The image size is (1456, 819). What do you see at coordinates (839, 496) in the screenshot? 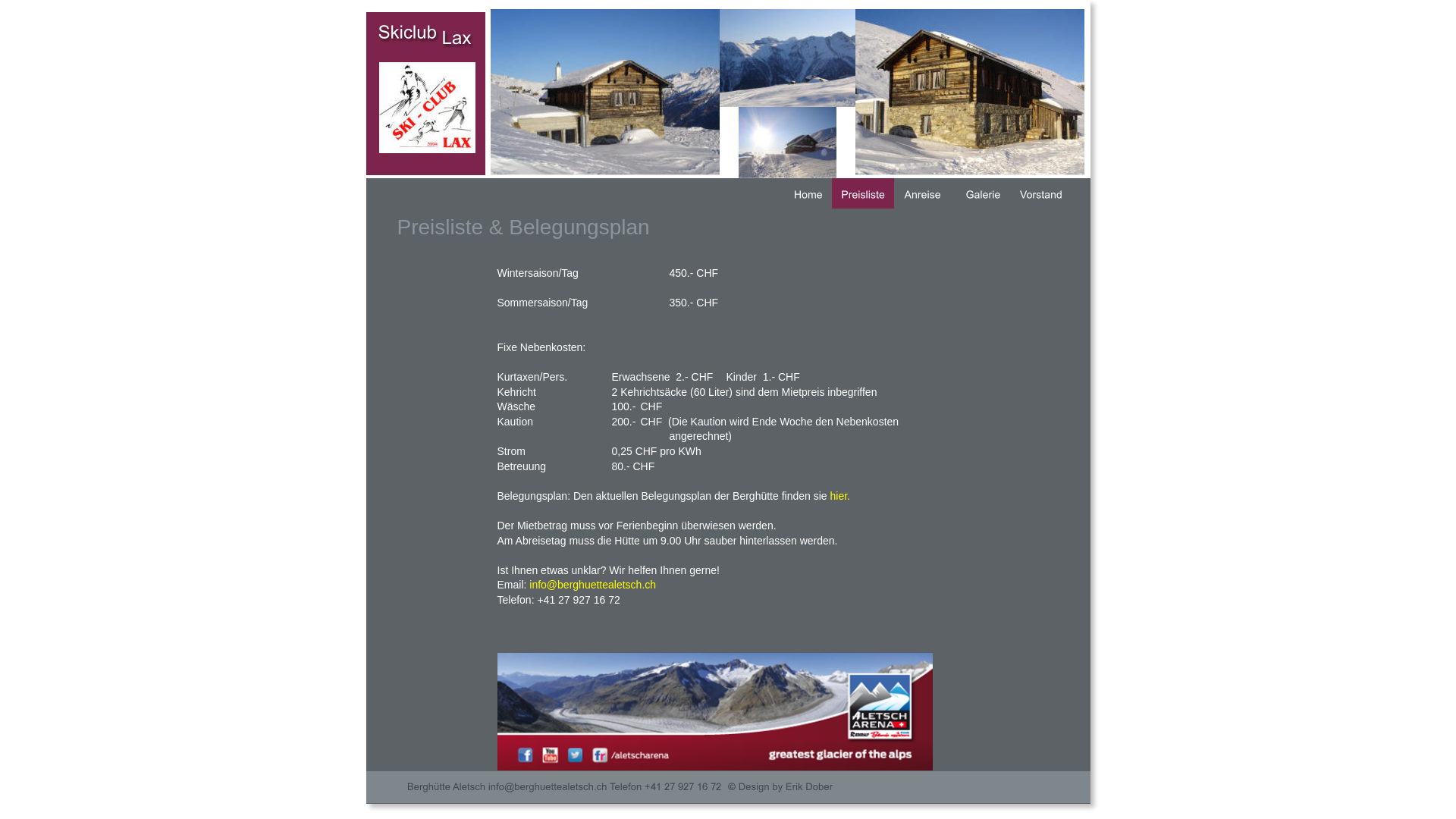
I see `'hier.'` at bounding box center [839, 496].